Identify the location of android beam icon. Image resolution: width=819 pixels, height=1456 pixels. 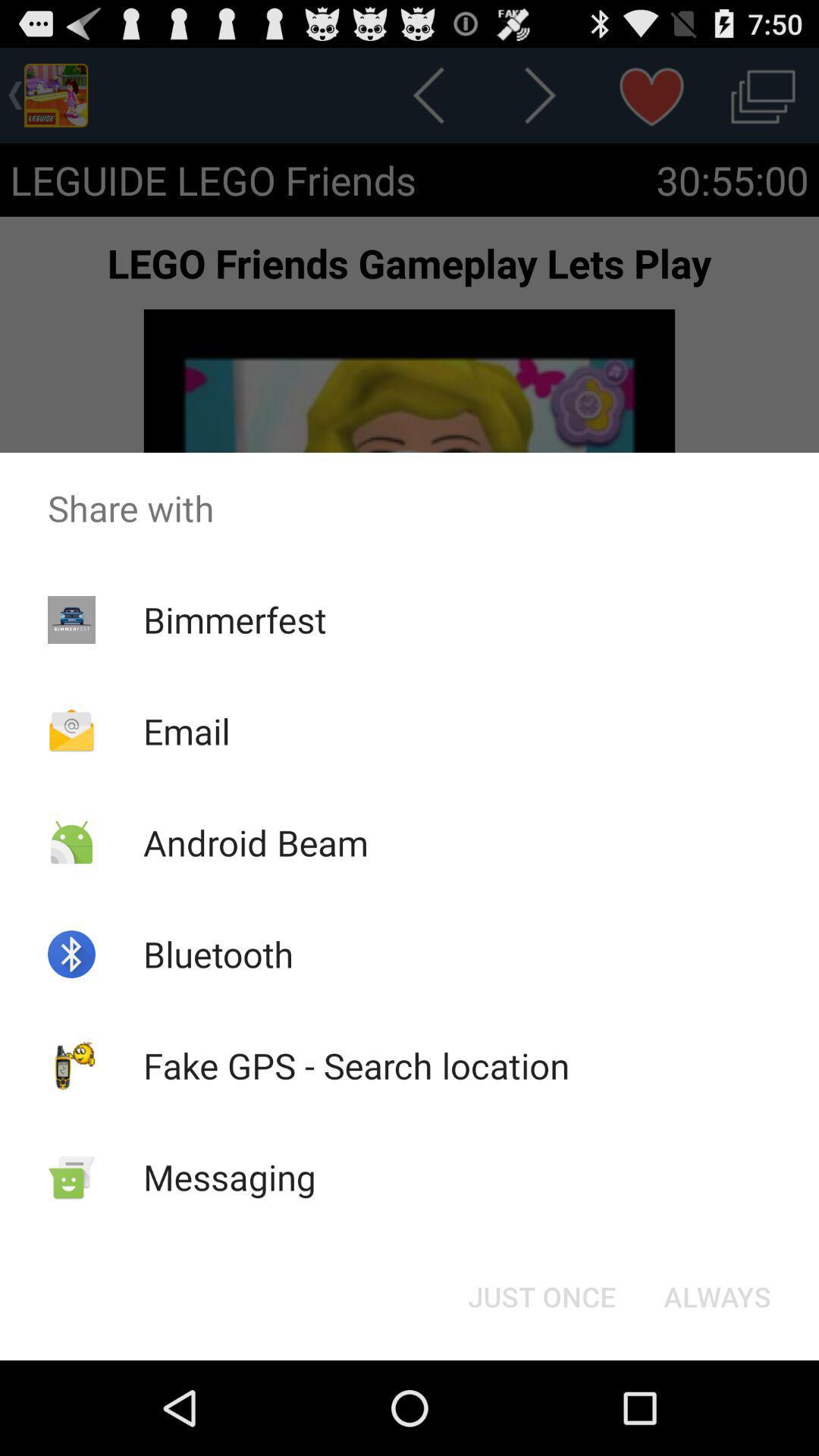
(255, 842).